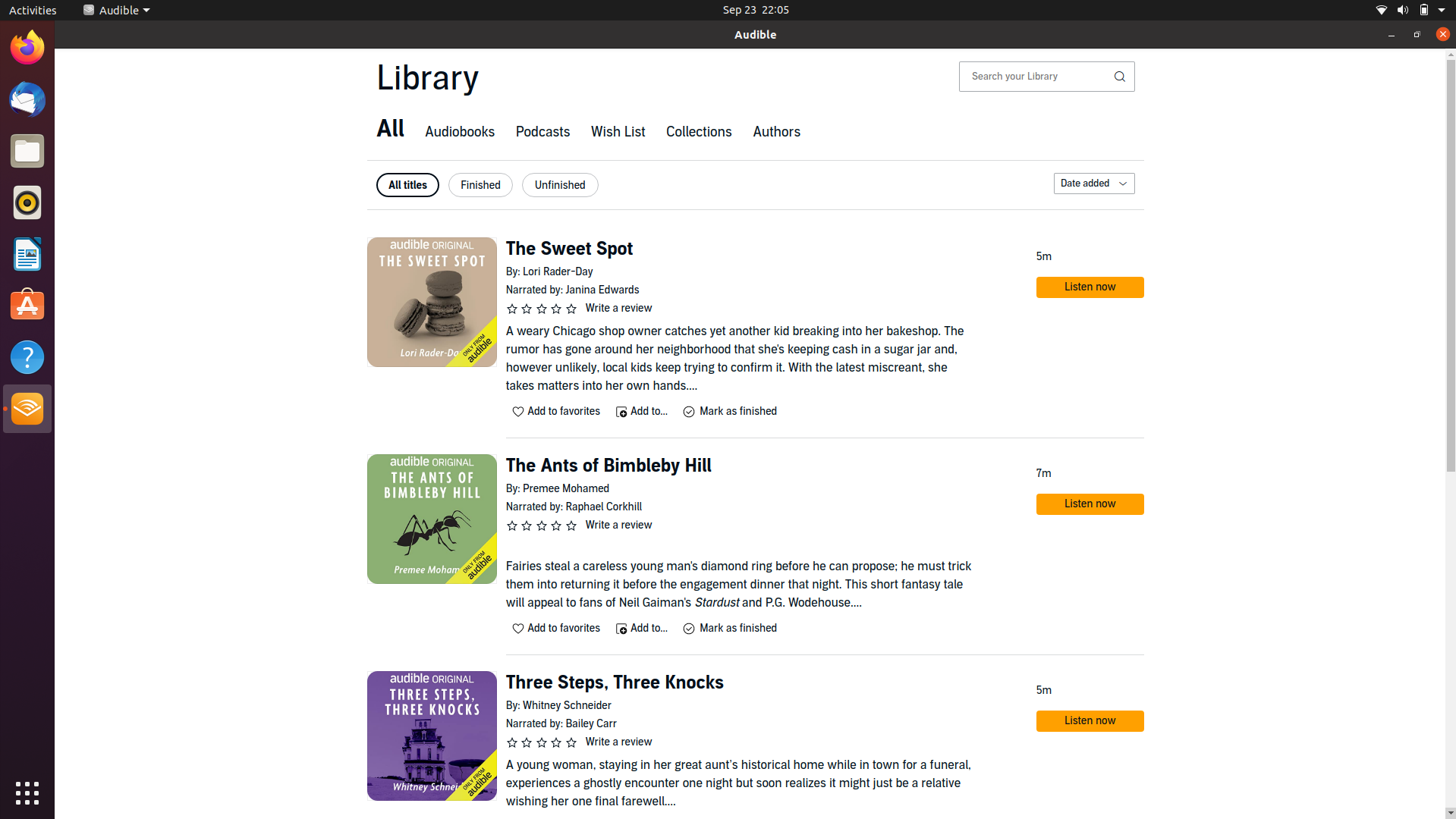  Describe the element at coordinates (1035, 76) in the screenshot. I see `Search for "The 7 Habits of Highly Effective People` at that location.